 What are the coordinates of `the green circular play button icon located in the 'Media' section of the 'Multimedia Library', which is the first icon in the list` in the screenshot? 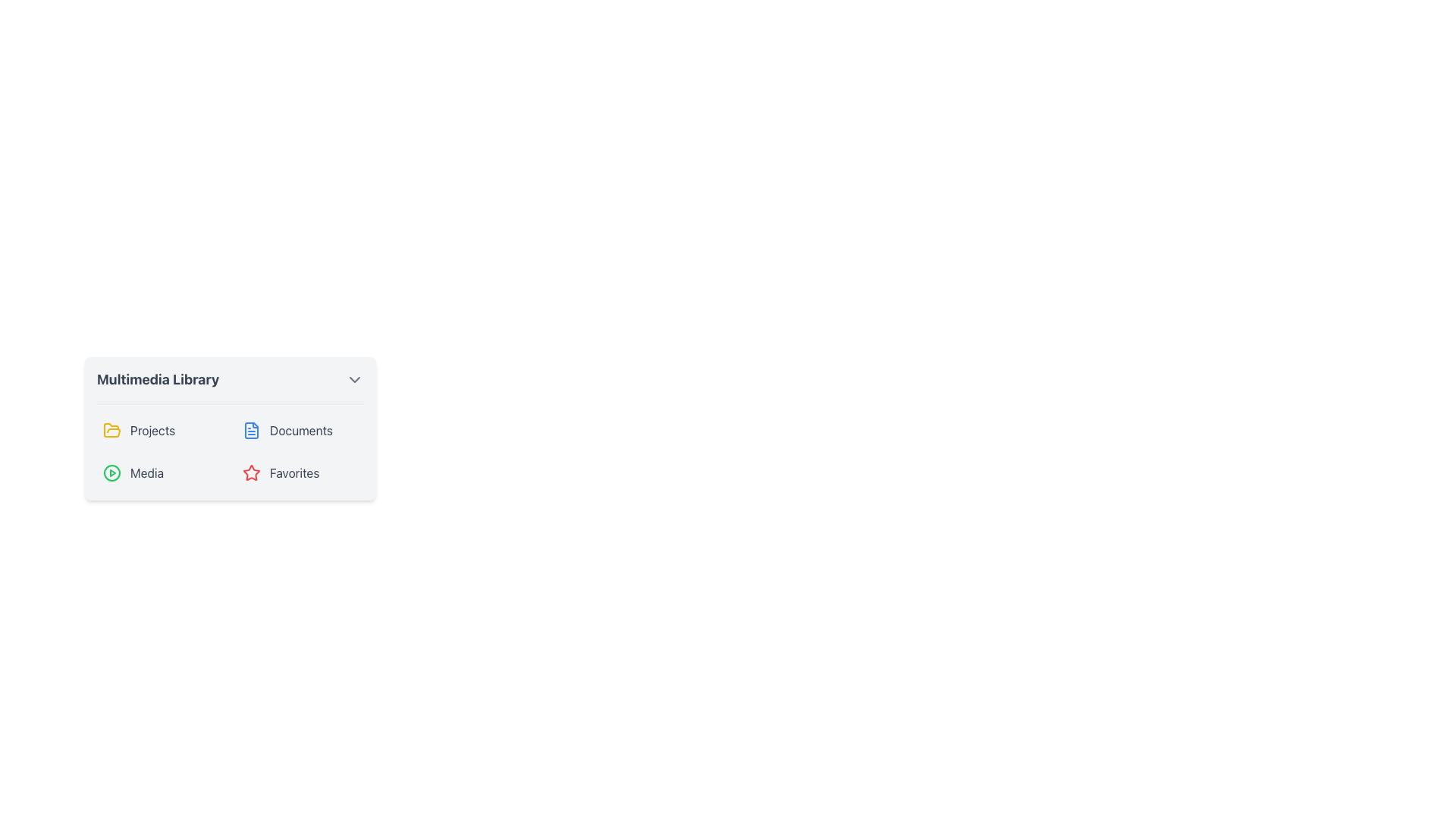 It's located at (111, 472).